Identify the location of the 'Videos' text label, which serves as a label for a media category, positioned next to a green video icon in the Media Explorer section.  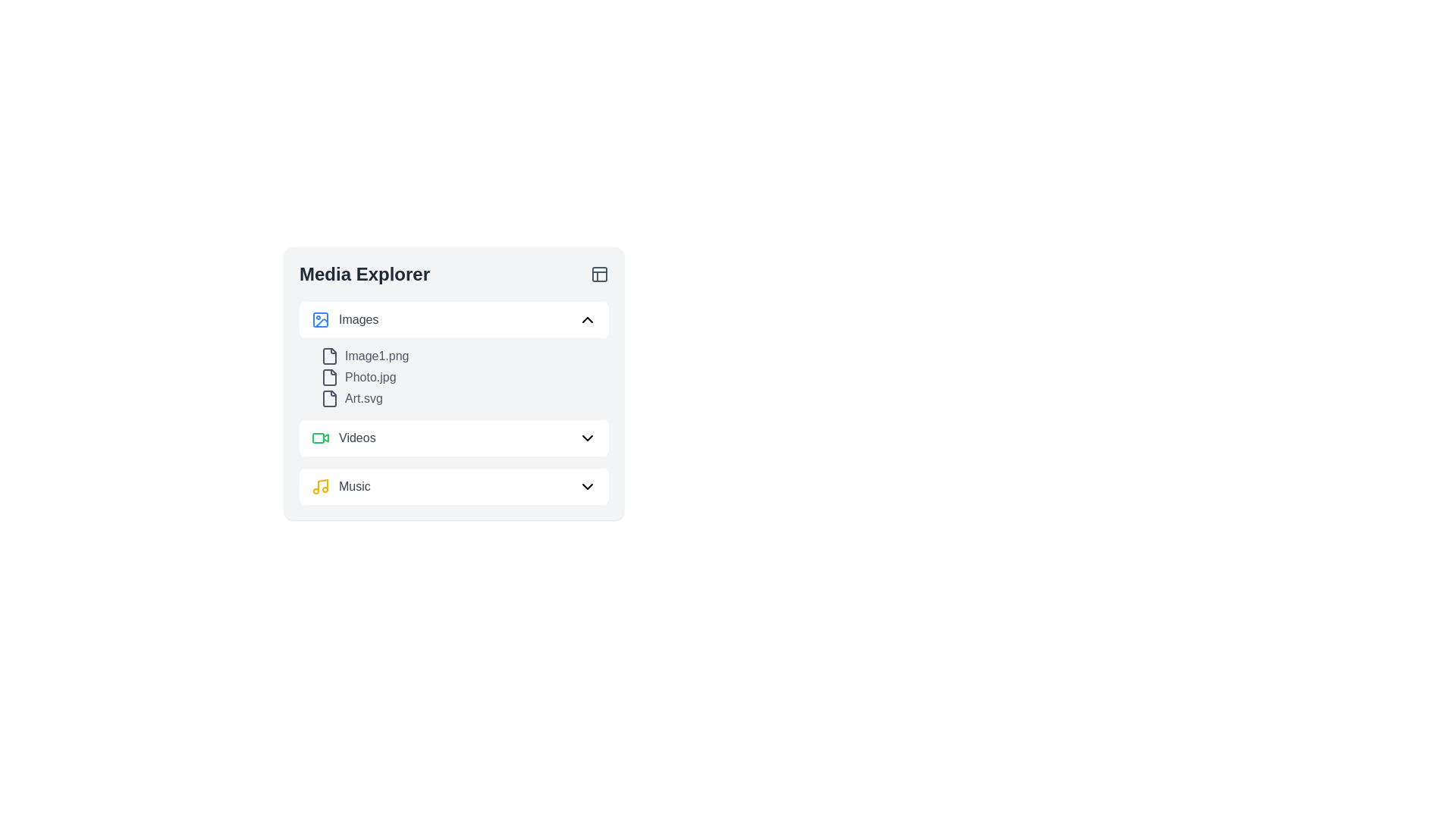
(356, 438).